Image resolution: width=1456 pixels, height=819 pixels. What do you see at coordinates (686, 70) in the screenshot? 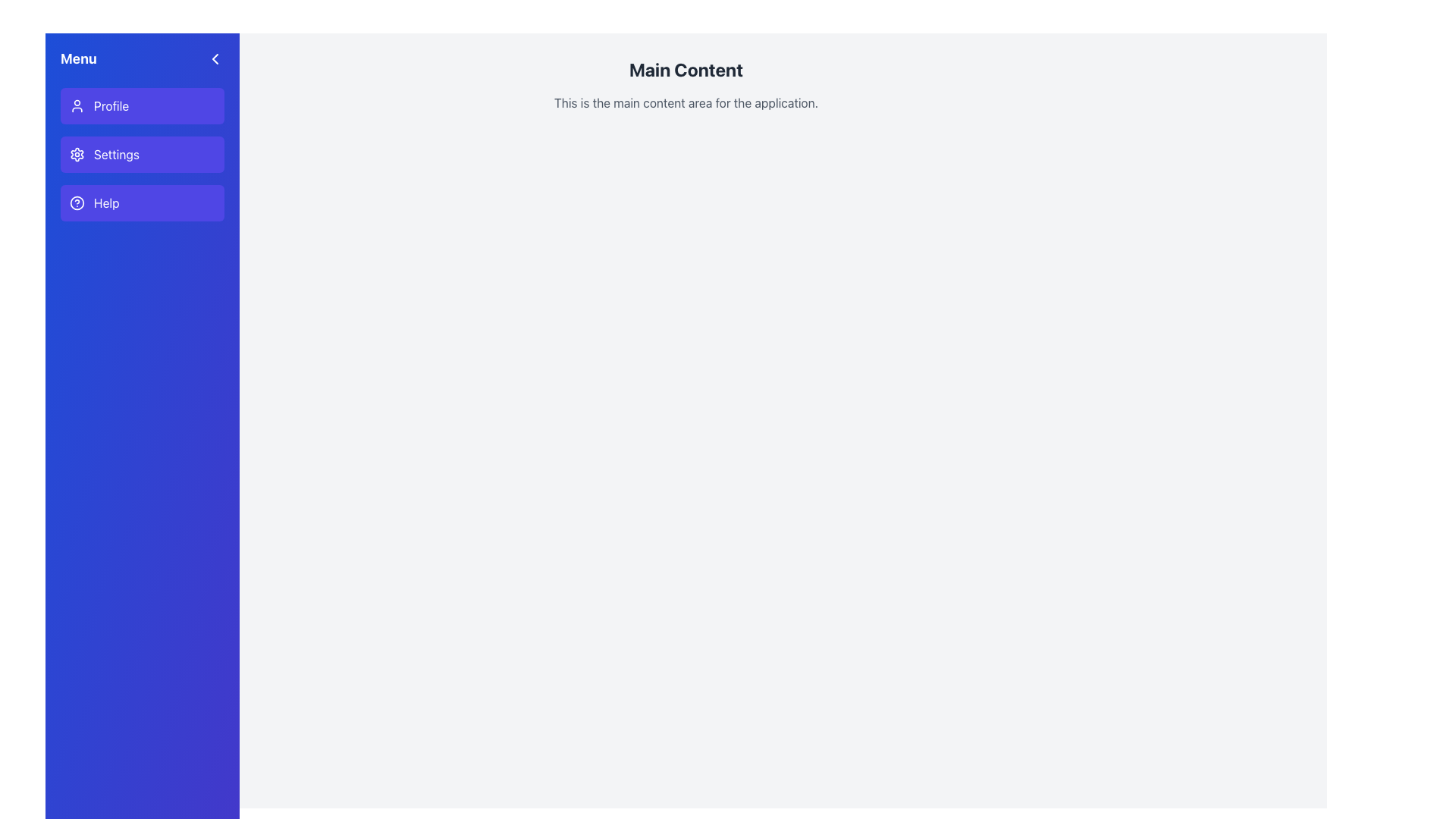
I see `heading that displays 'Main Content', which is a prominently bold and large-sized text indicating the section title` at bounding box center [686, 70].